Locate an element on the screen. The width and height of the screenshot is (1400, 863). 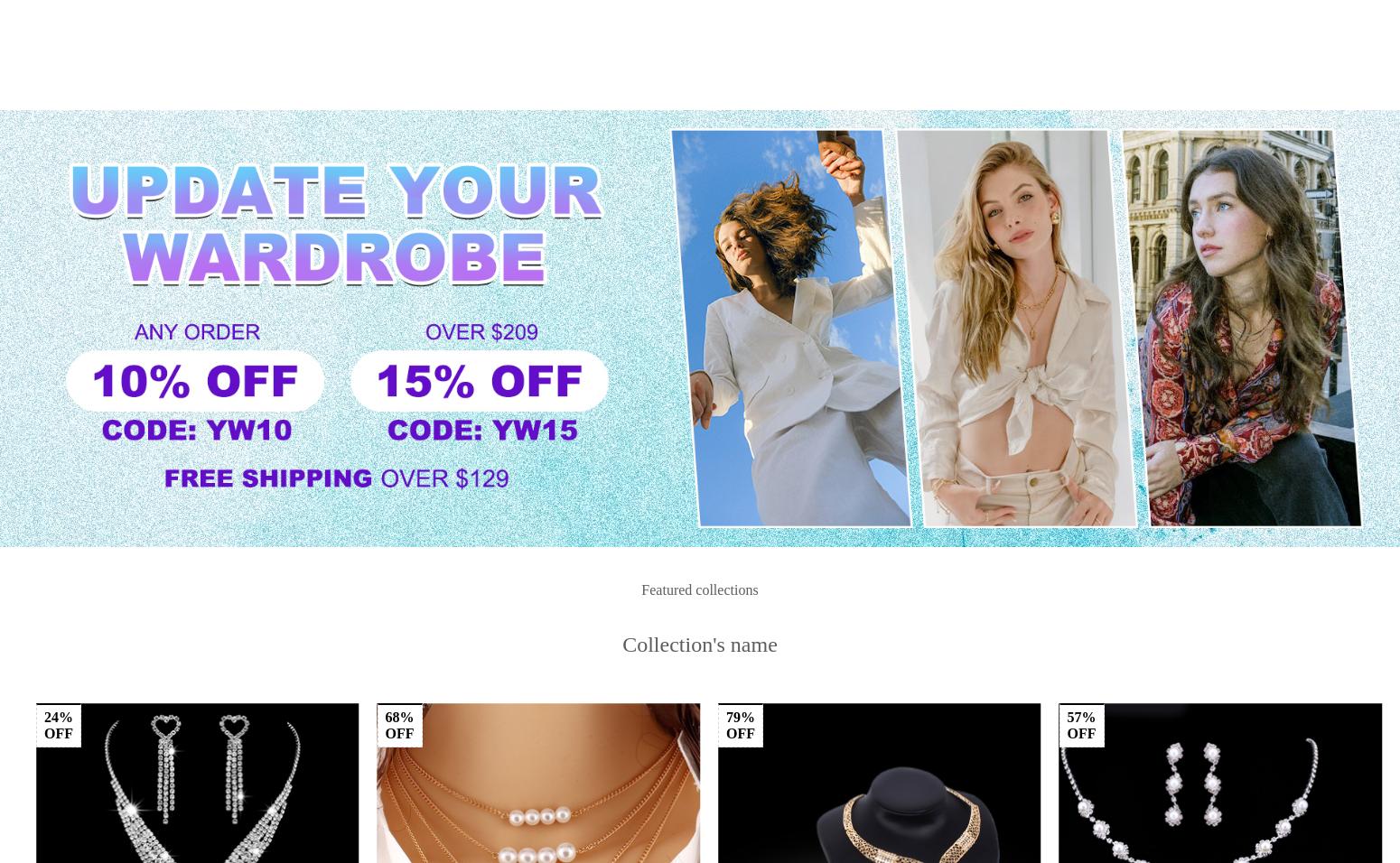
'38%' is located at coordinates (739, 334).